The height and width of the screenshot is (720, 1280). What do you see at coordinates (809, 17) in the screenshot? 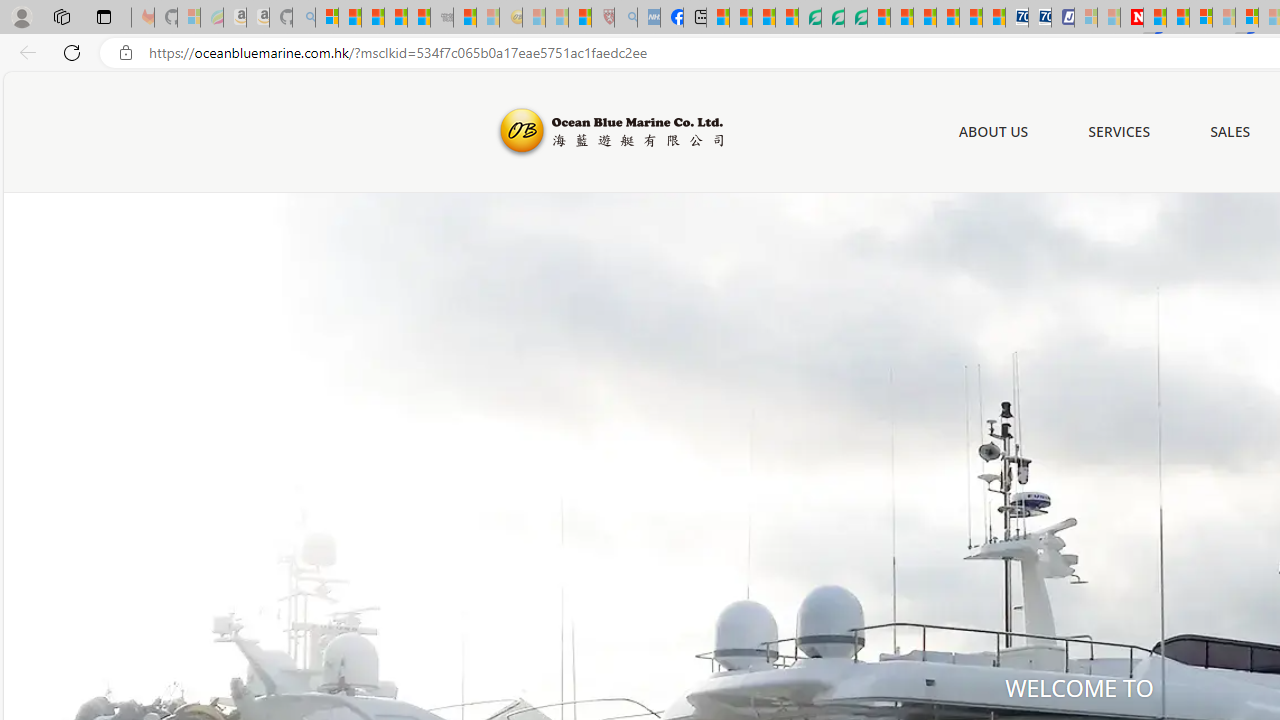
I see `'LendingTree - Compare Lenders'` at bounding box center [809, 17].